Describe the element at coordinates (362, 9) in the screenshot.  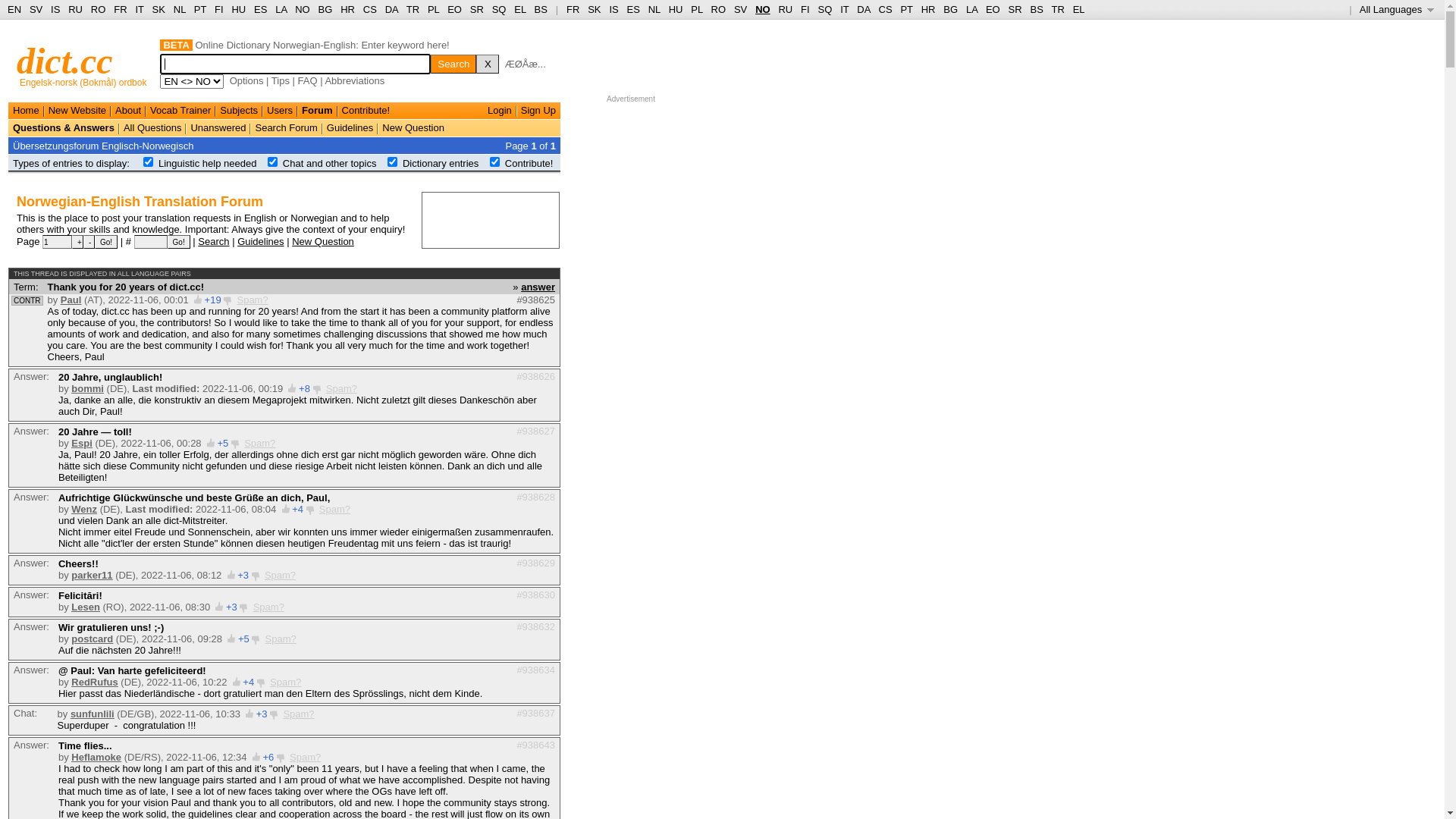
I see `'CS'` at that location.